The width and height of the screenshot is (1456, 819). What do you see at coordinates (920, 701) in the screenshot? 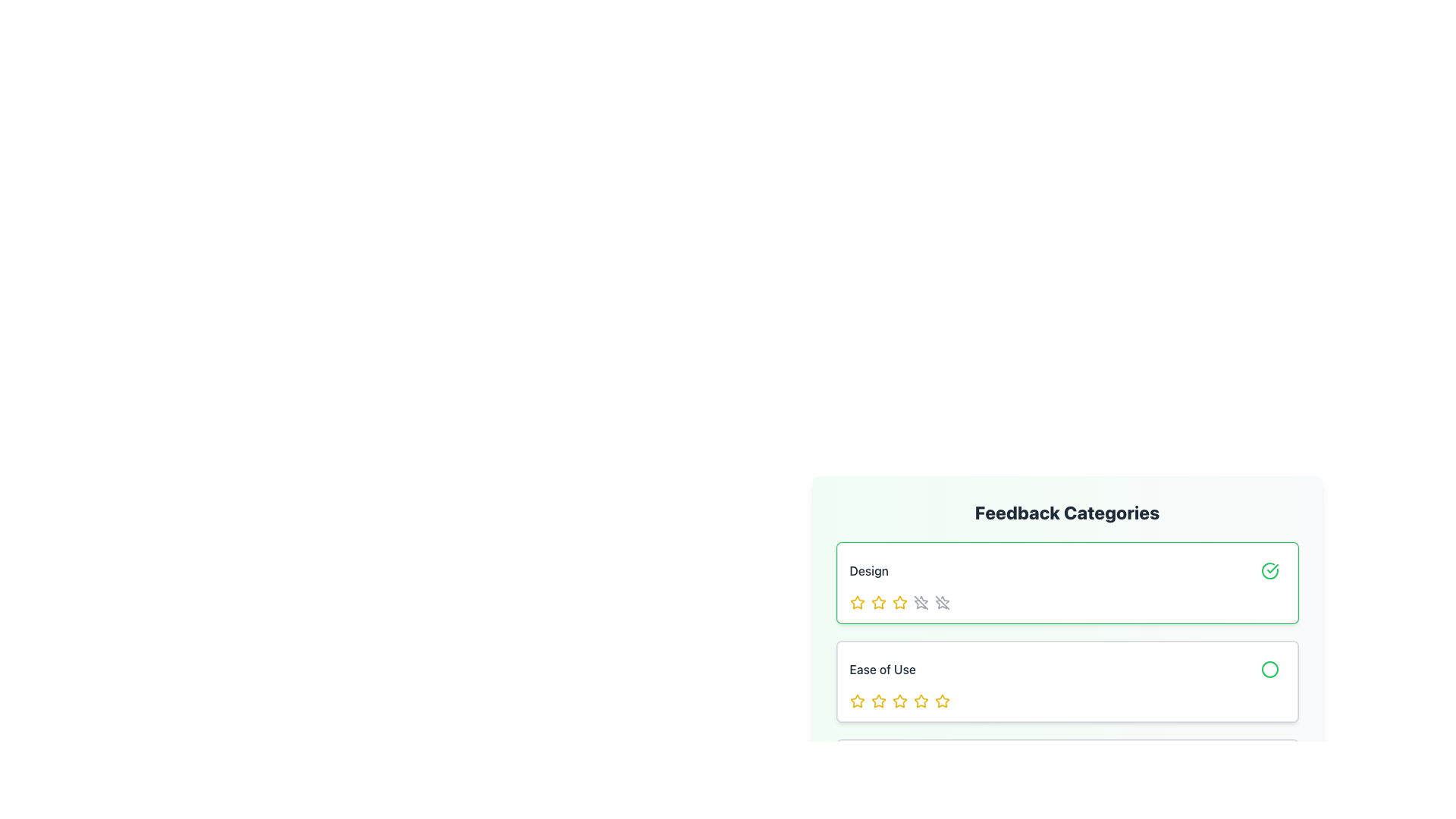
I see `the third star in the second row of the rating component for 'Ease of Use'` at bounding box center [920, 701].